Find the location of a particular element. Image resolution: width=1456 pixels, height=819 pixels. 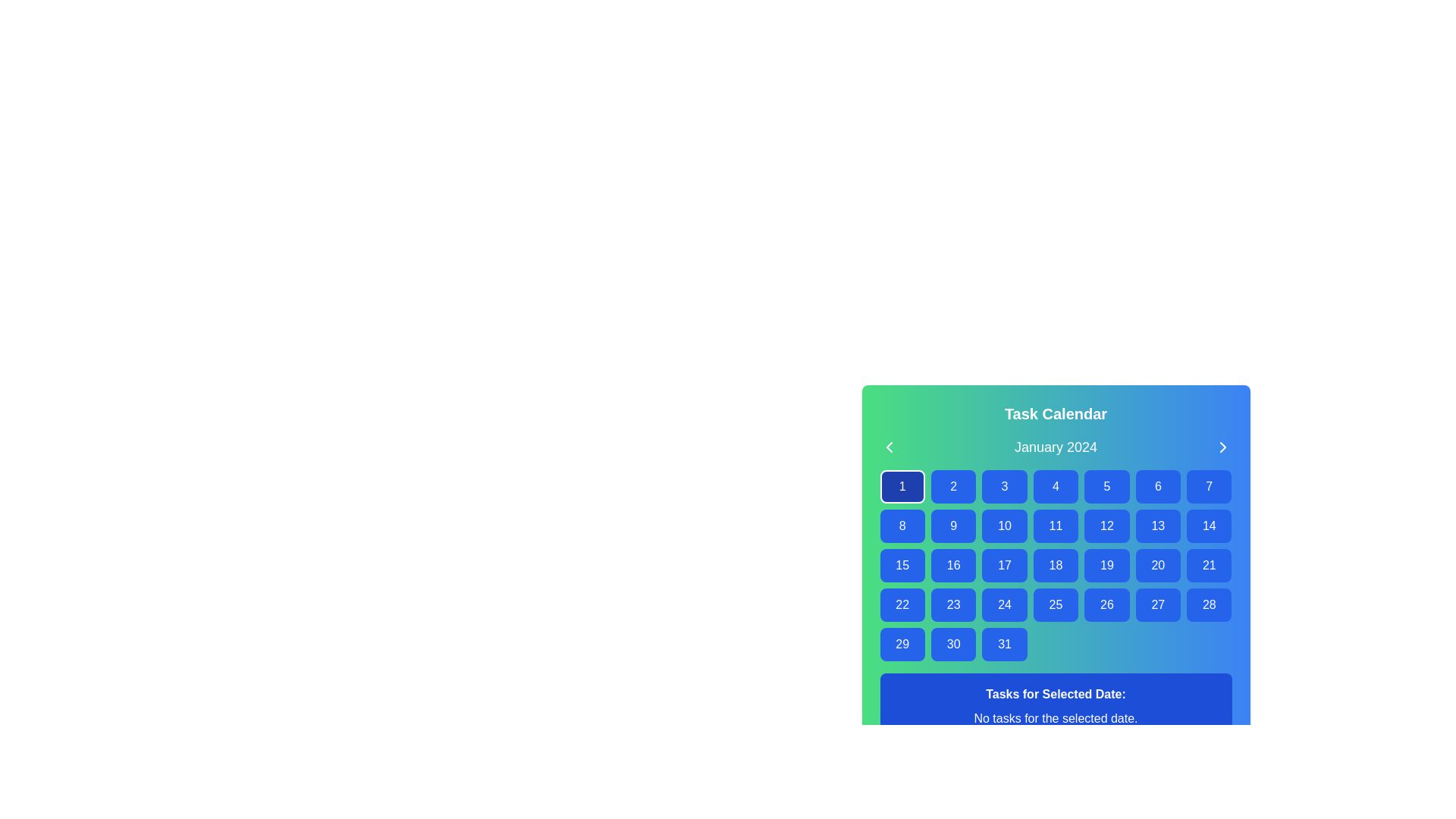

the blue rectangular button with rounded edges containing the white text '17' is located at coordinates (1004, 565).